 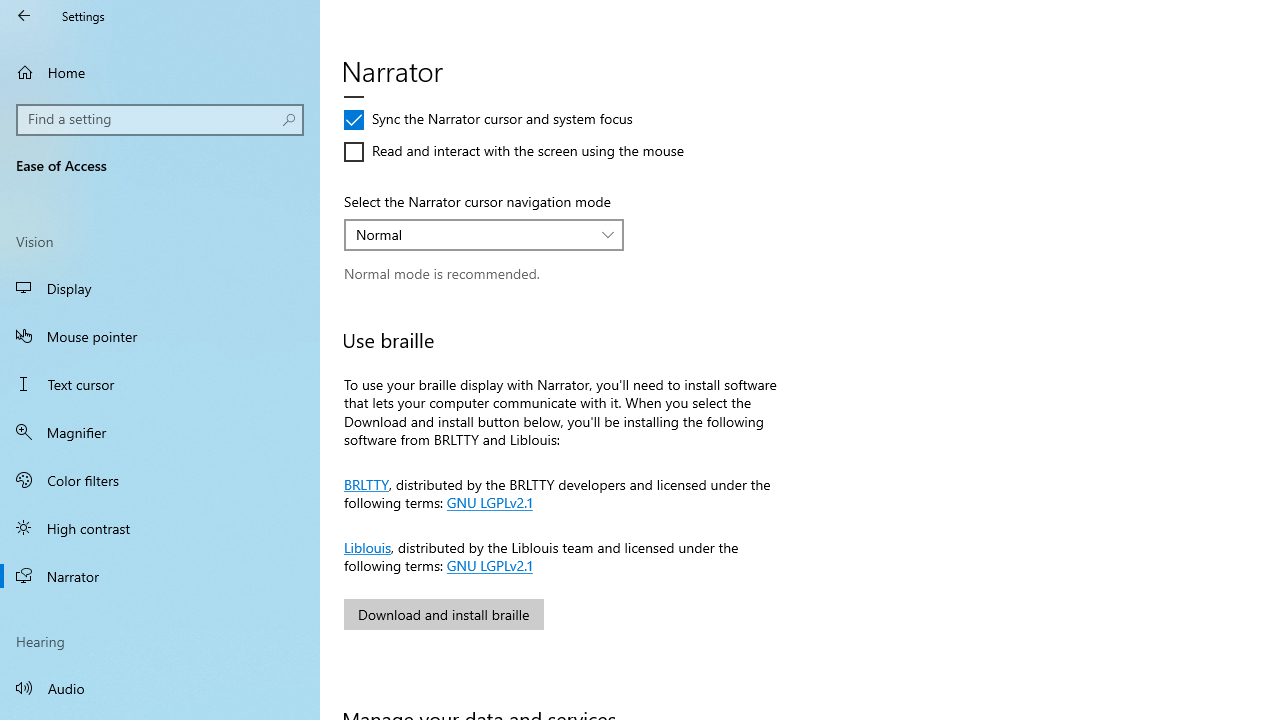 I want to click on 'High contrast', so click(x=160, y=527).